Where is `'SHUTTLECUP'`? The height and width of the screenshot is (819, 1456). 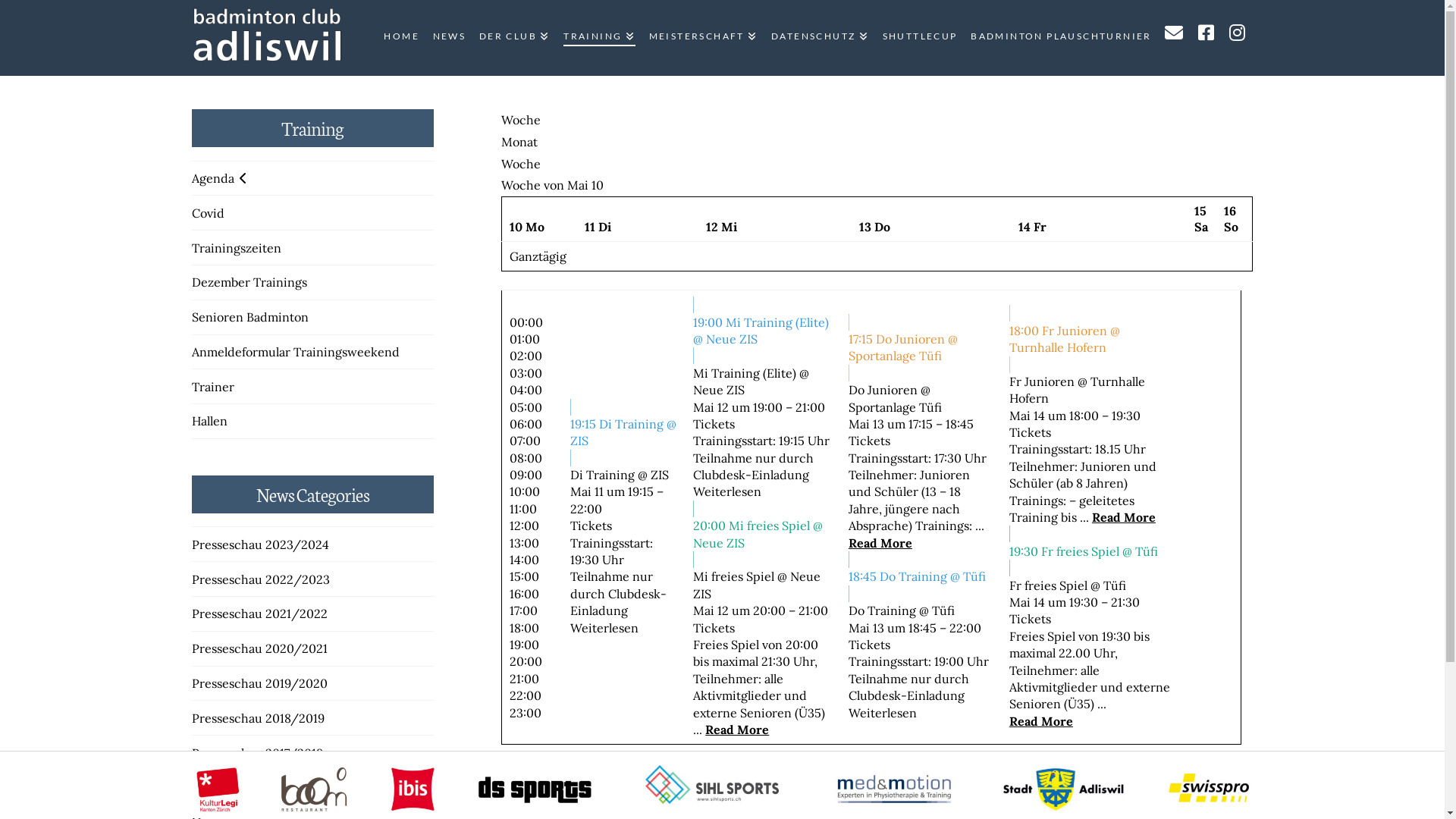 'SHUTTLECUP' is located at coordinates (918, 37).